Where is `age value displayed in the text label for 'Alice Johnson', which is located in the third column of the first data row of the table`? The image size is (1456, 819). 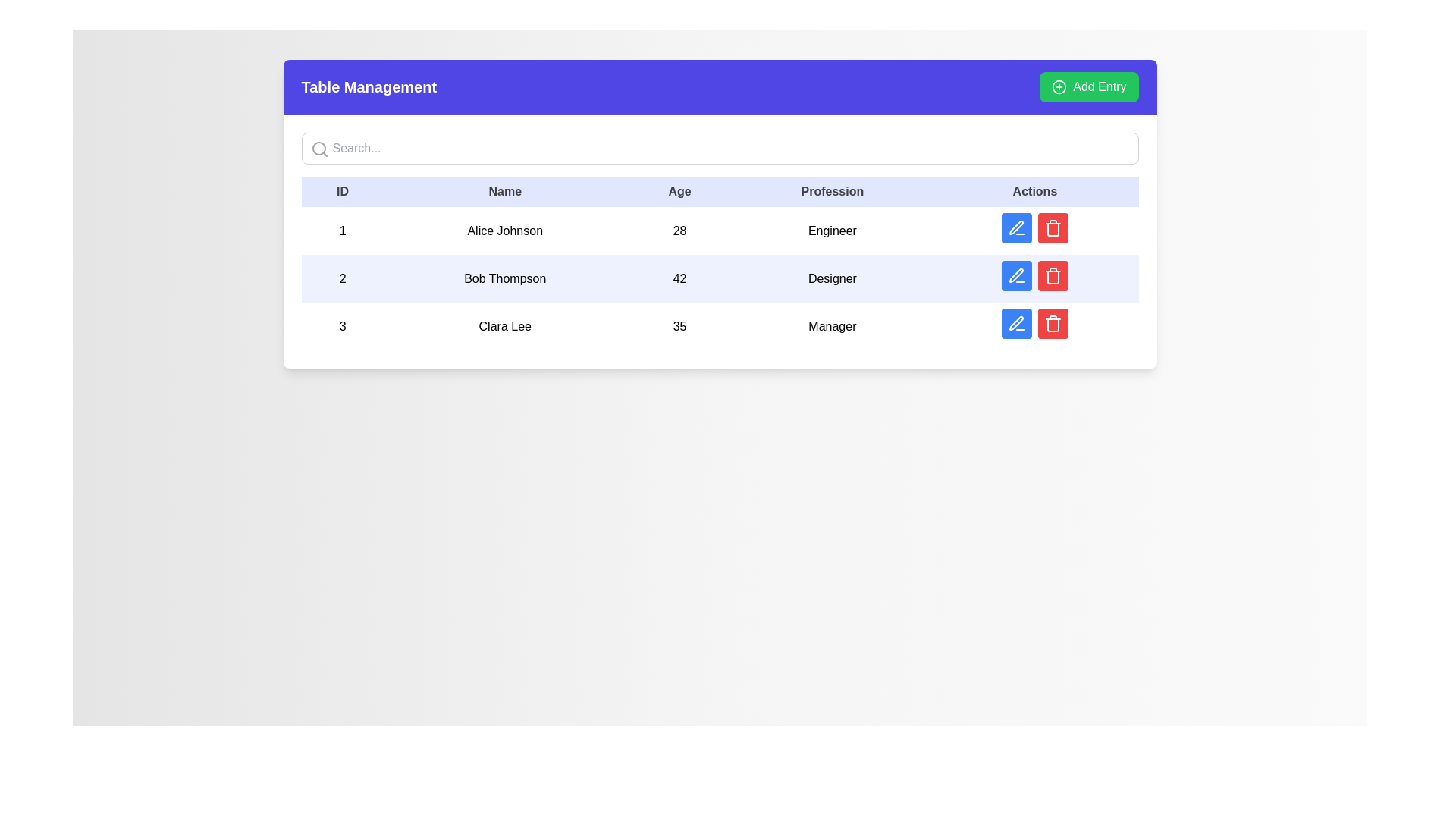 age value displayed in the text label for 'Alice Johnson', which is located in the third column of the first data row of the table is located at coordinates (679, 231).